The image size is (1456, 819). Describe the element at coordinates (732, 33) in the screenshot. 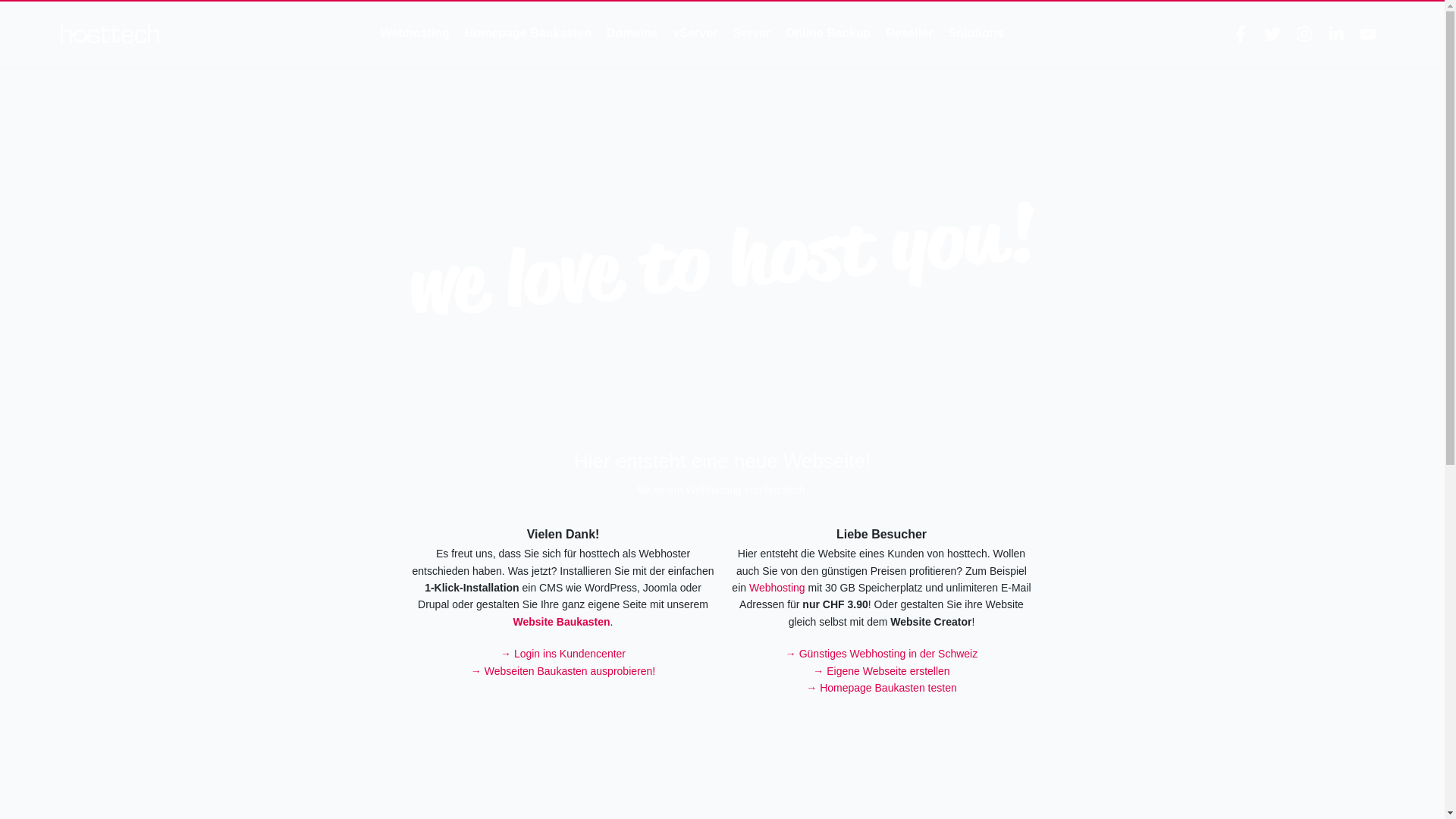

I see `'Server'` at that location.